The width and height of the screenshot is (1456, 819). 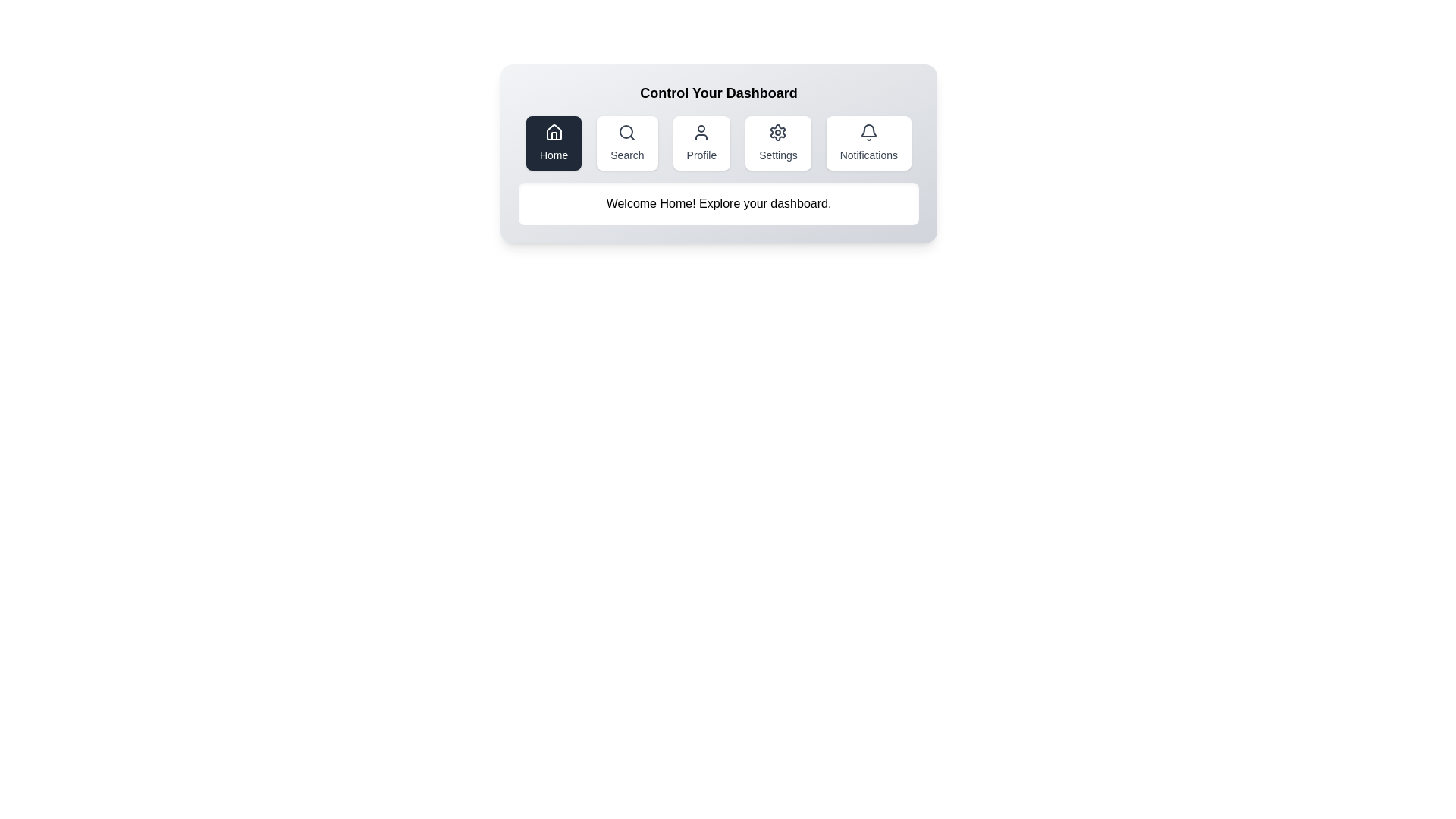 What do you see at coordinates (778, 143) in the screenshot?
I see `the 'Settings' button, which has a white background, rounded corners, and a gear icon above the text 'Settings', located in the 'Control Your Dashboard' section` at bounding box center [778, 143].